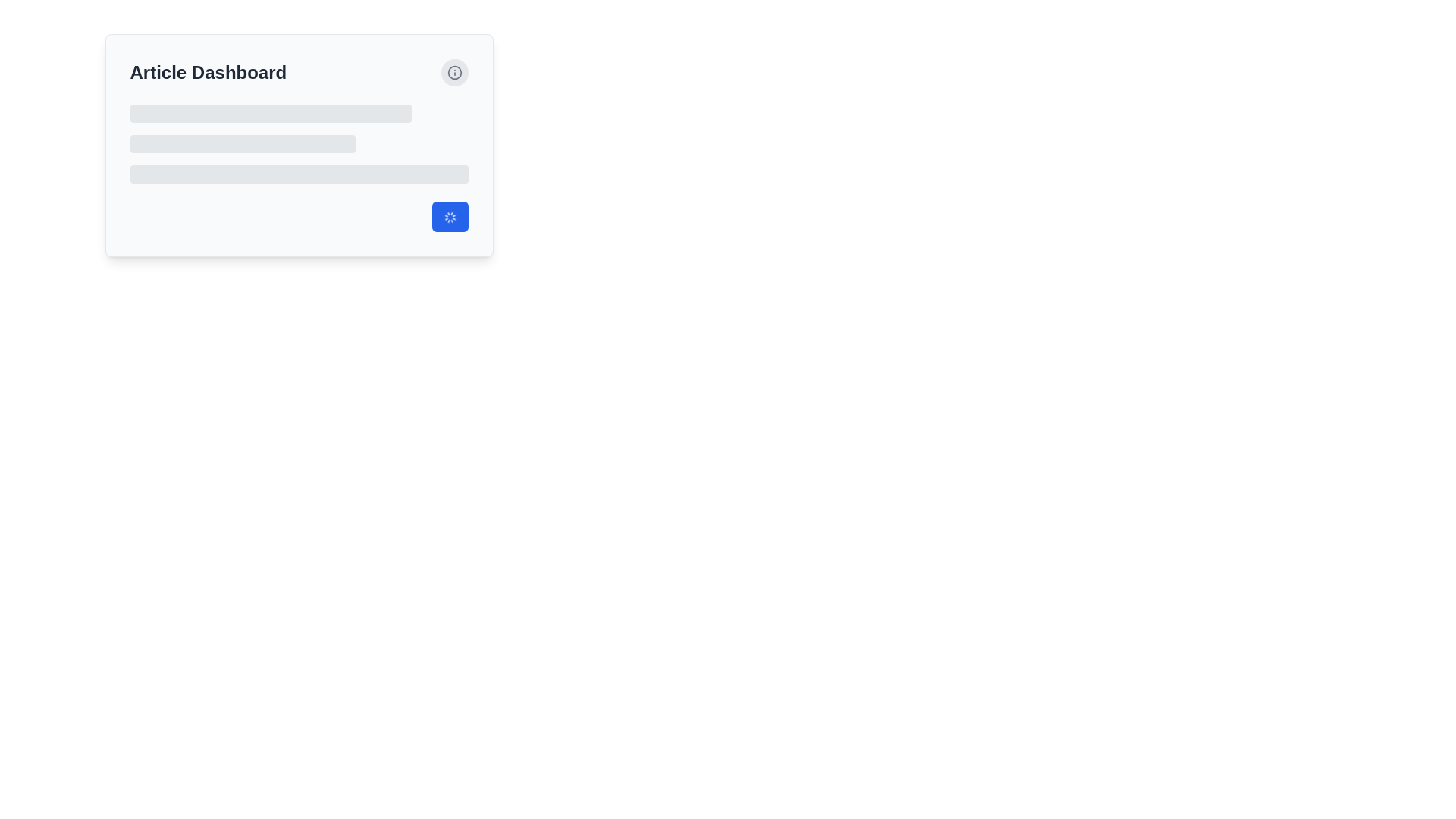  I want to click on the small blue button with a white animated spinning loader icon in the center, located at the bottom-right of the 'Article Dashboard' card layout, so click(449, 216).